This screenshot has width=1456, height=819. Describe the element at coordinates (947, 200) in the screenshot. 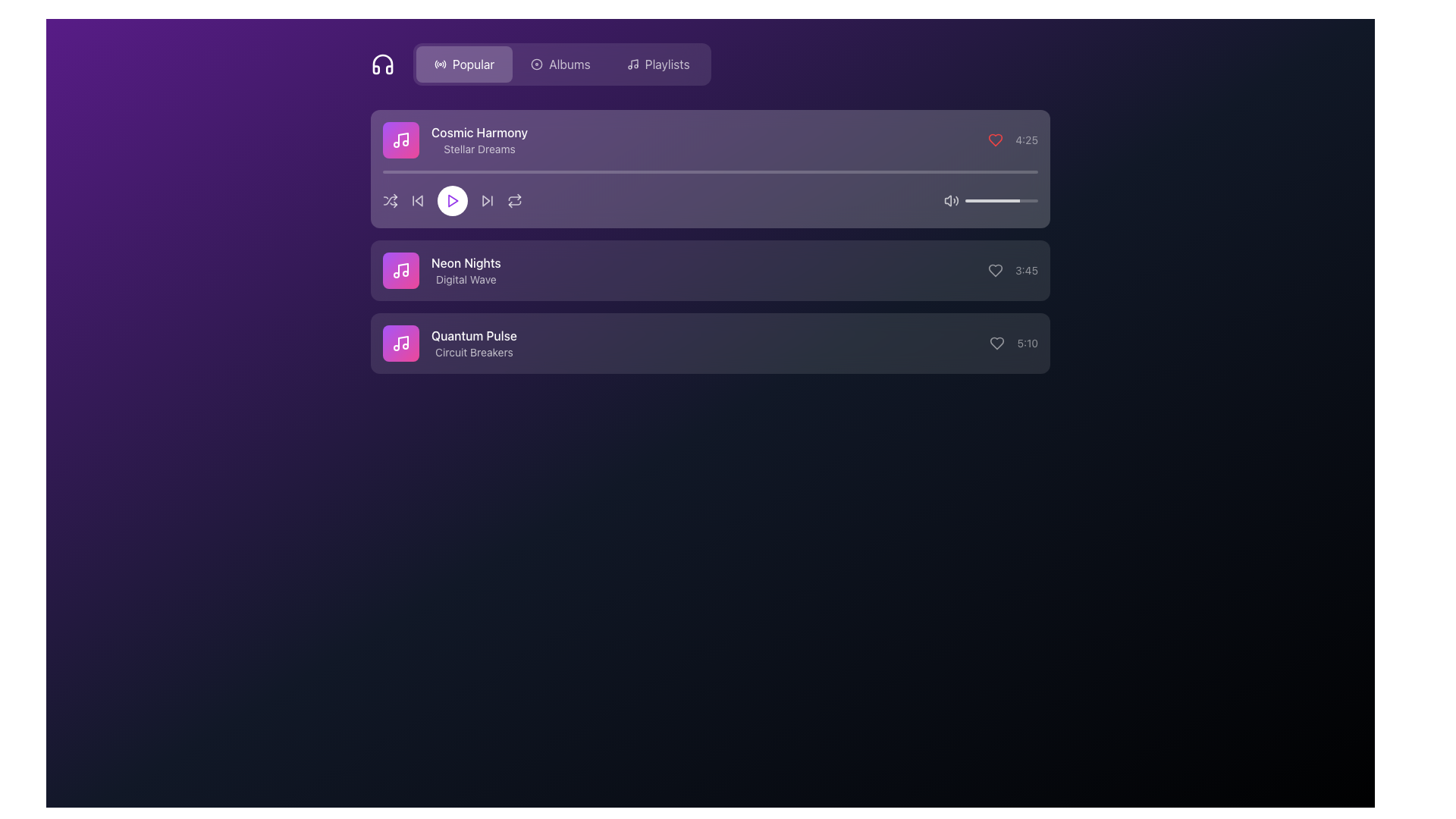

I see `the mute status icon located within the volume control section` at that location.